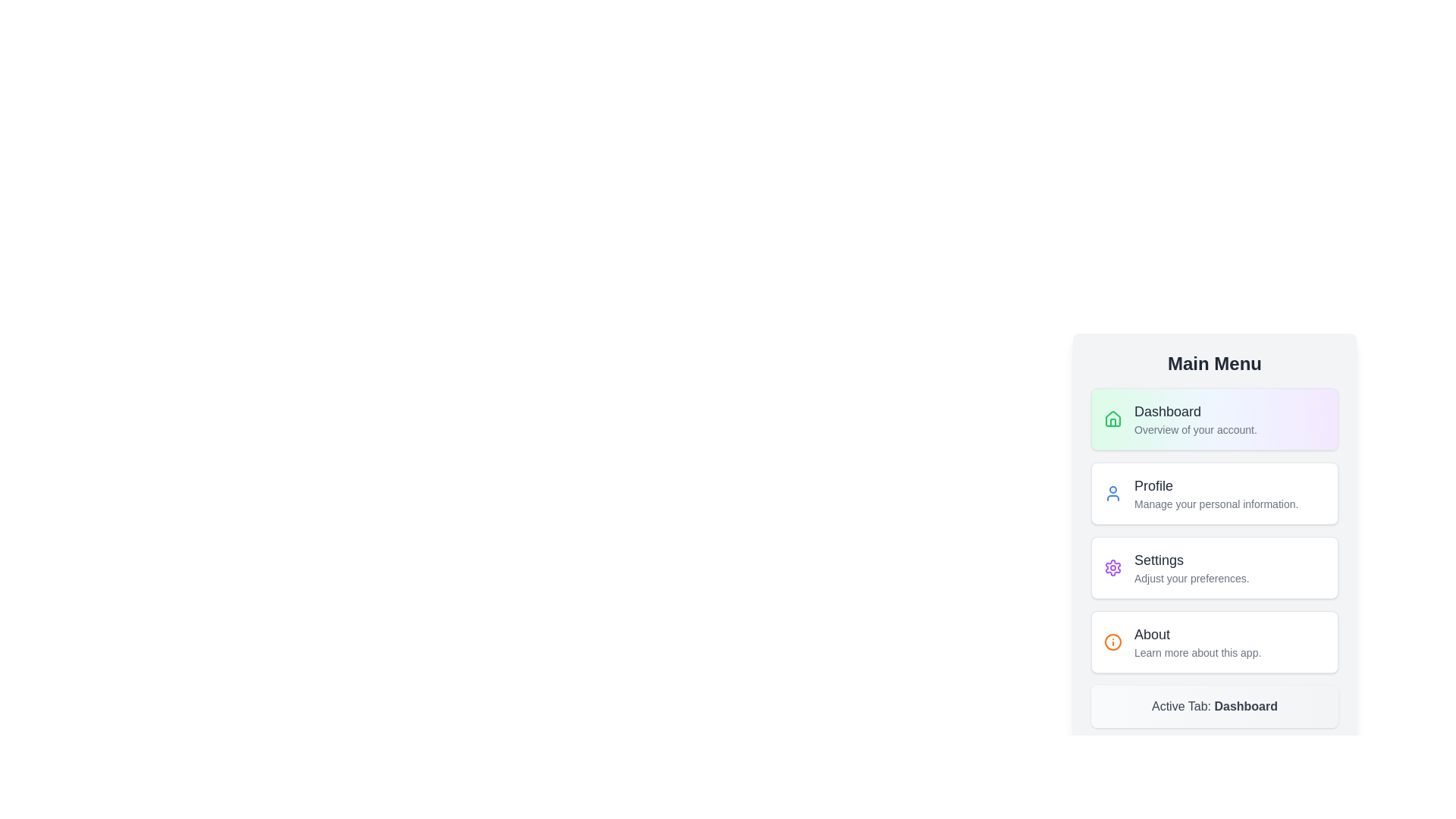  I want to click on the menu item labeled Settings to activate its tab, so click(1215, 567).